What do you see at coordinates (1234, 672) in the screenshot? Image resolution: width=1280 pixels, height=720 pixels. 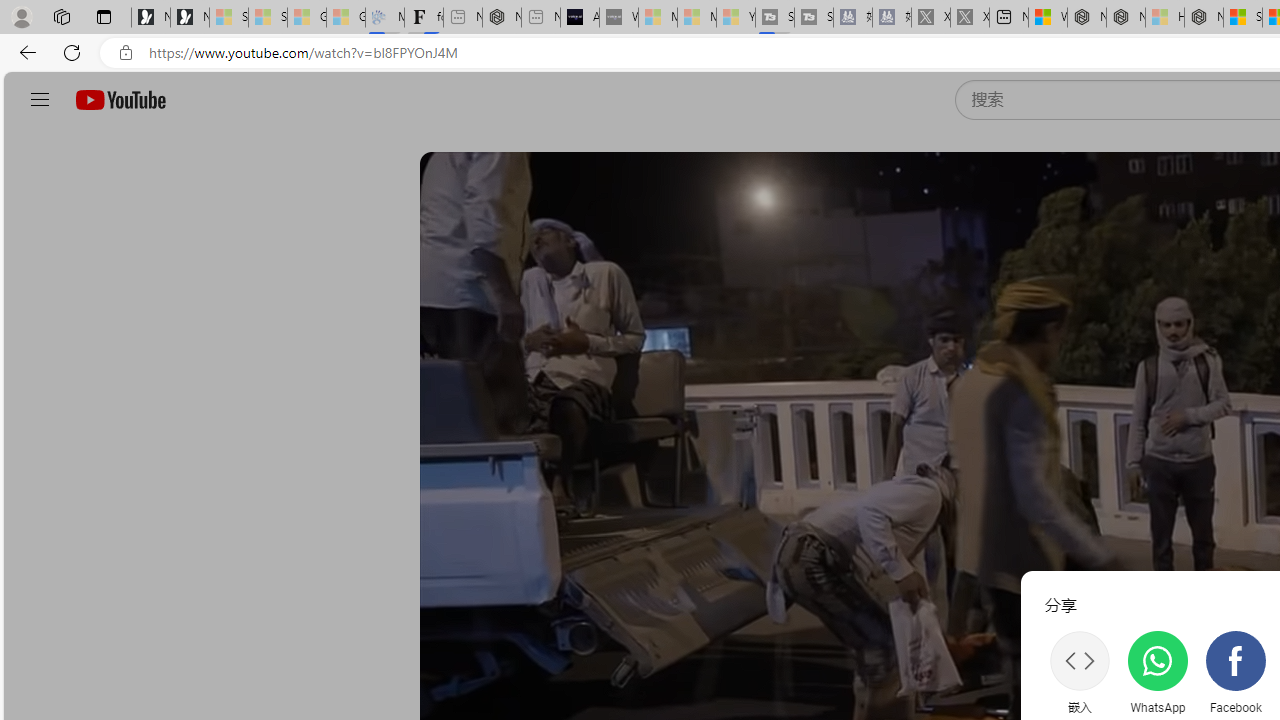 I see `'Facebook'` at bounding box center [1234, 672].